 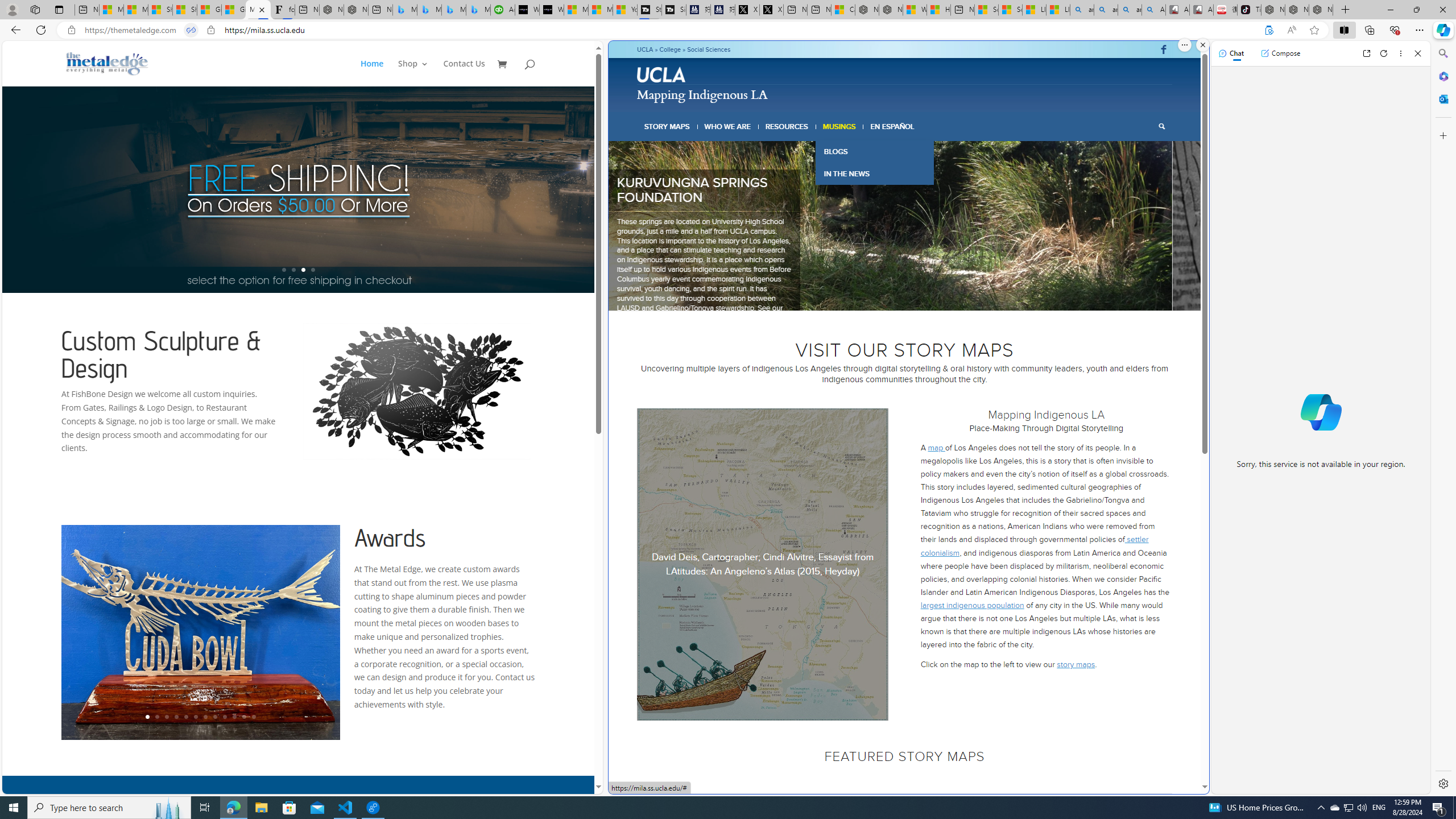 What do you see at coordinates (419, 72) in the screenshot?
I see `'Shop3'` at bounding box center [419, 72].